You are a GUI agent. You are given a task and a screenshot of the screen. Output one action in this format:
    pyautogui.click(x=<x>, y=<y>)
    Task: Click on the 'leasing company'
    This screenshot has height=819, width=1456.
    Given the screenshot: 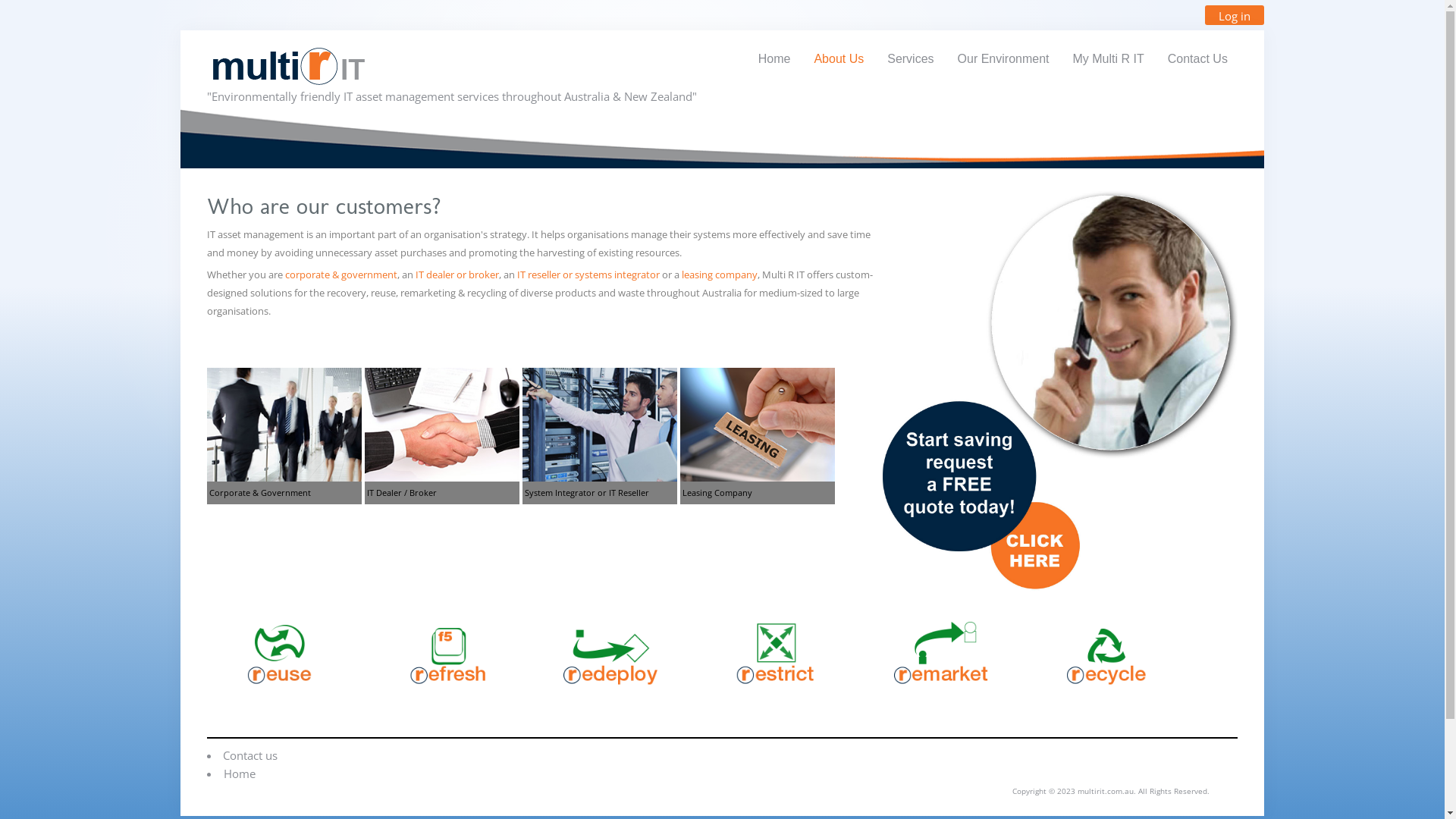 What is the action you would take?
    pyautogui.click(x=680, y=275)
    